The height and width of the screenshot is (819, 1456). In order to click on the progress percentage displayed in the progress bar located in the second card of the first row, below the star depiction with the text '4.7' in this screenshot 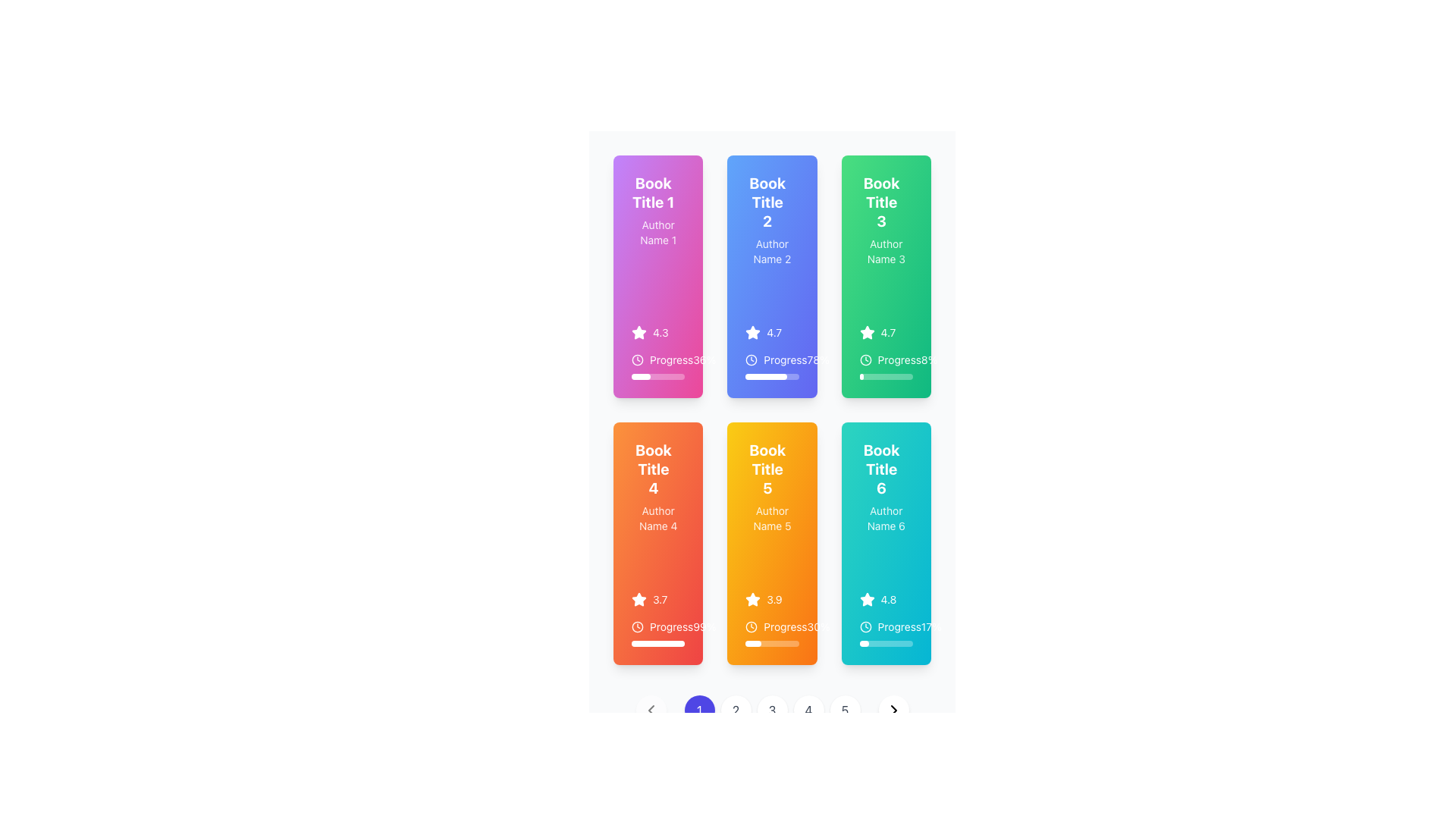, I will do `click(772, 366)`.